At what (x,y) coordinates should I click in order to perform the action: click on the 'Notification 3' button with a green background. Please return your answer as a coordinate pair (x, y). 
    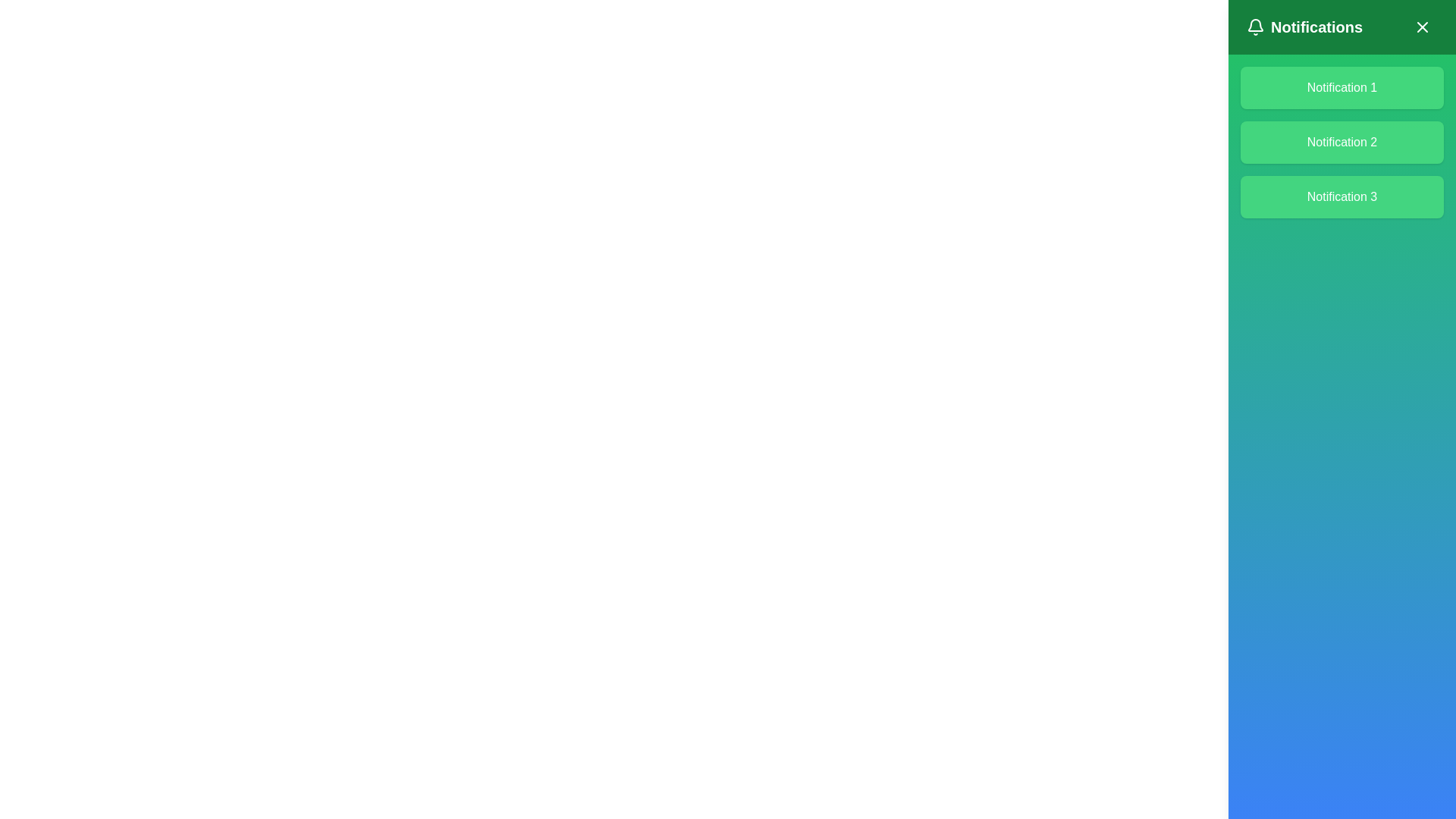
    Looking at the image, I should click on (1342, 196).